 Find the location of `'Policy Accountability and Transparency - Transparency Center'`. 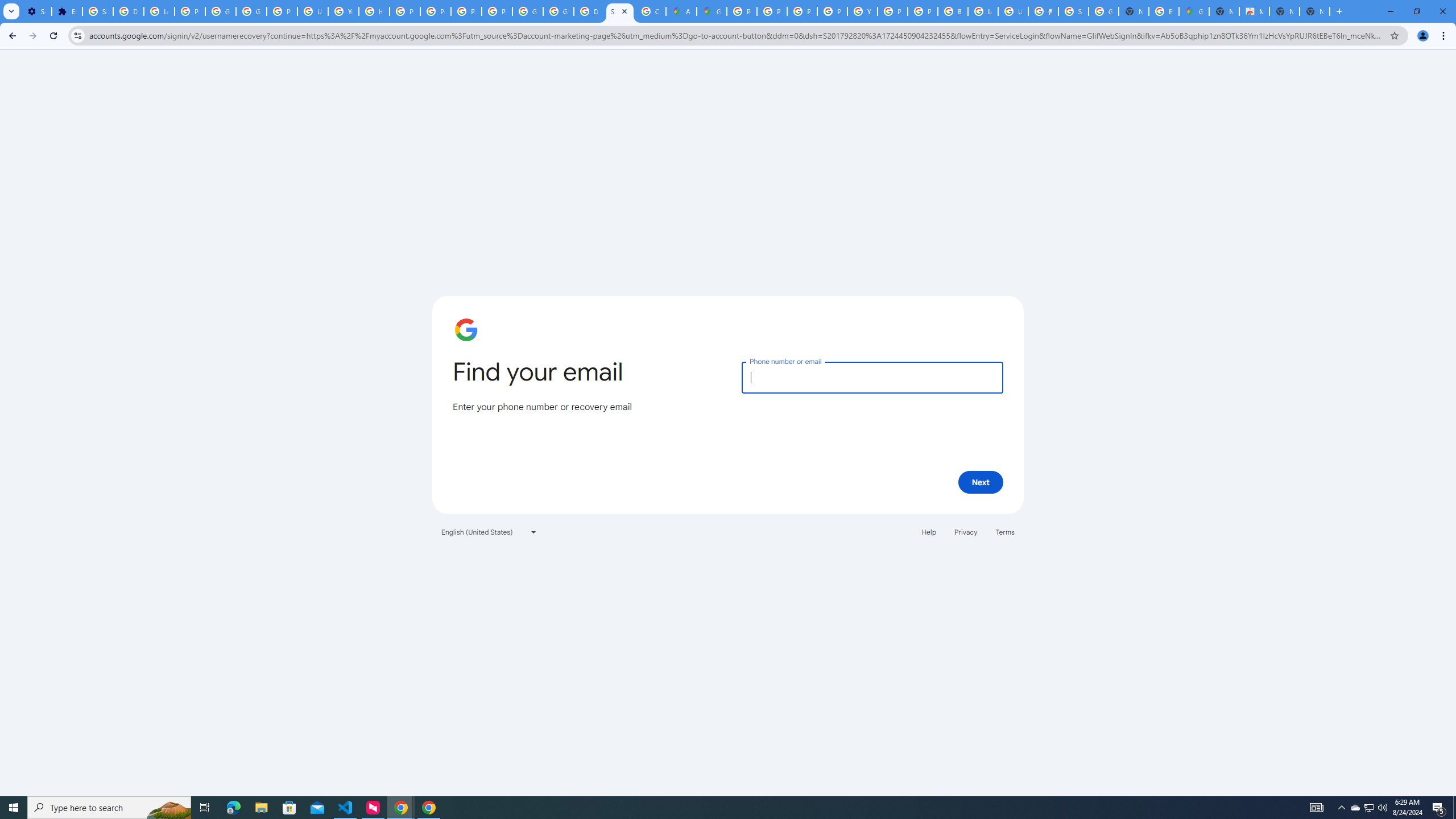

'Policy Accountability and Transparency - Transparency Center' is located at coordinates (742, 11).